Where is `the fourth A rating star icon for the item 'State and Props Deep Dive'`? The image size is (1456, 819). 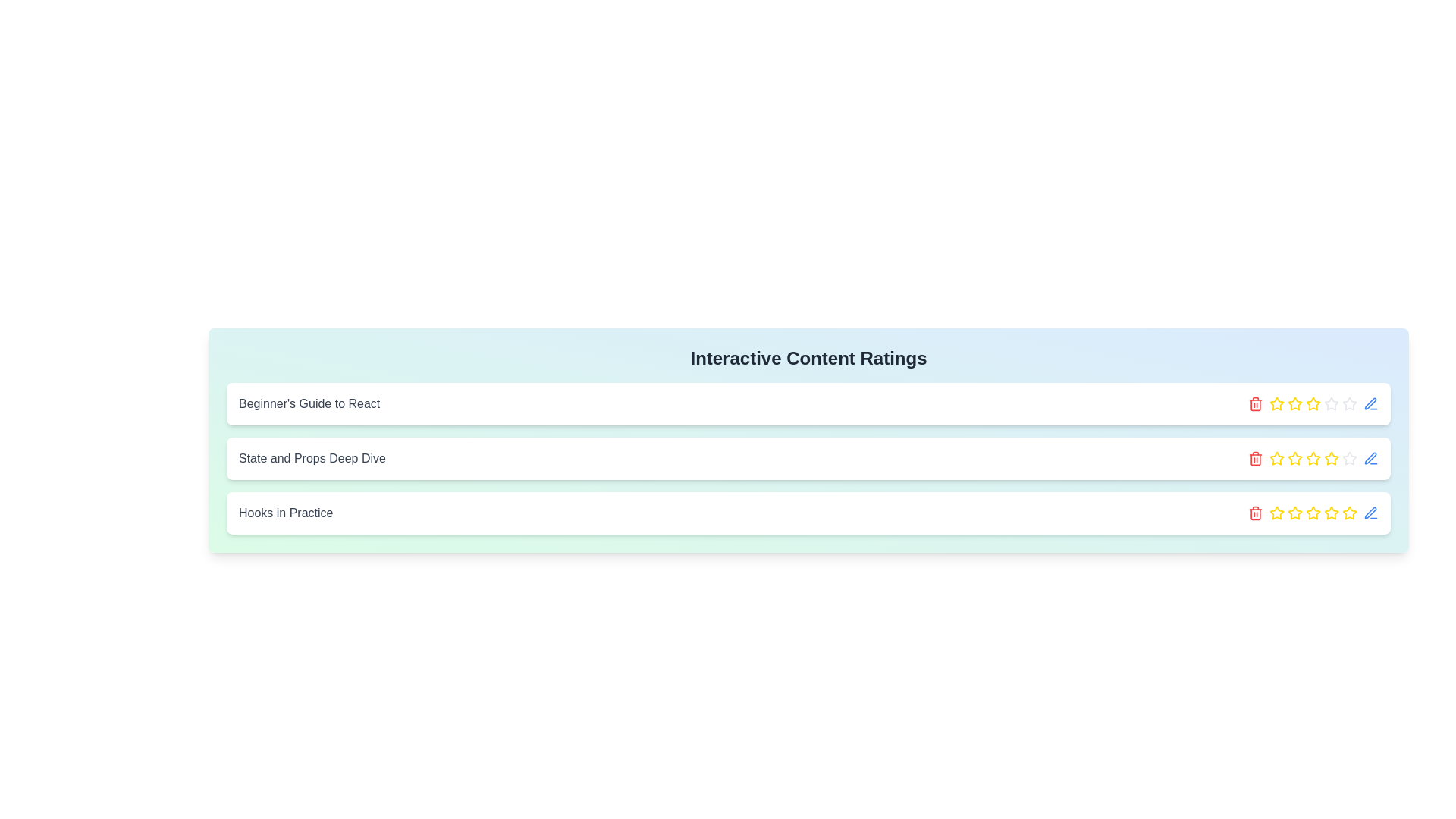
the fourth A rating star icon for the item 'State and Props Deep Dive' is located at coordinates (1313, 403).